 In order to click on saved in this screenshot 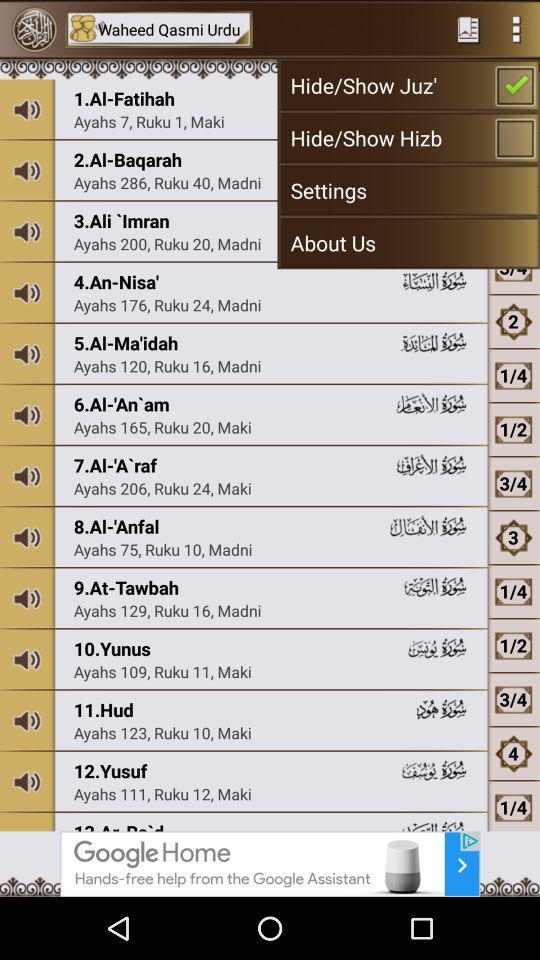, I will do `click(468, 28)`.